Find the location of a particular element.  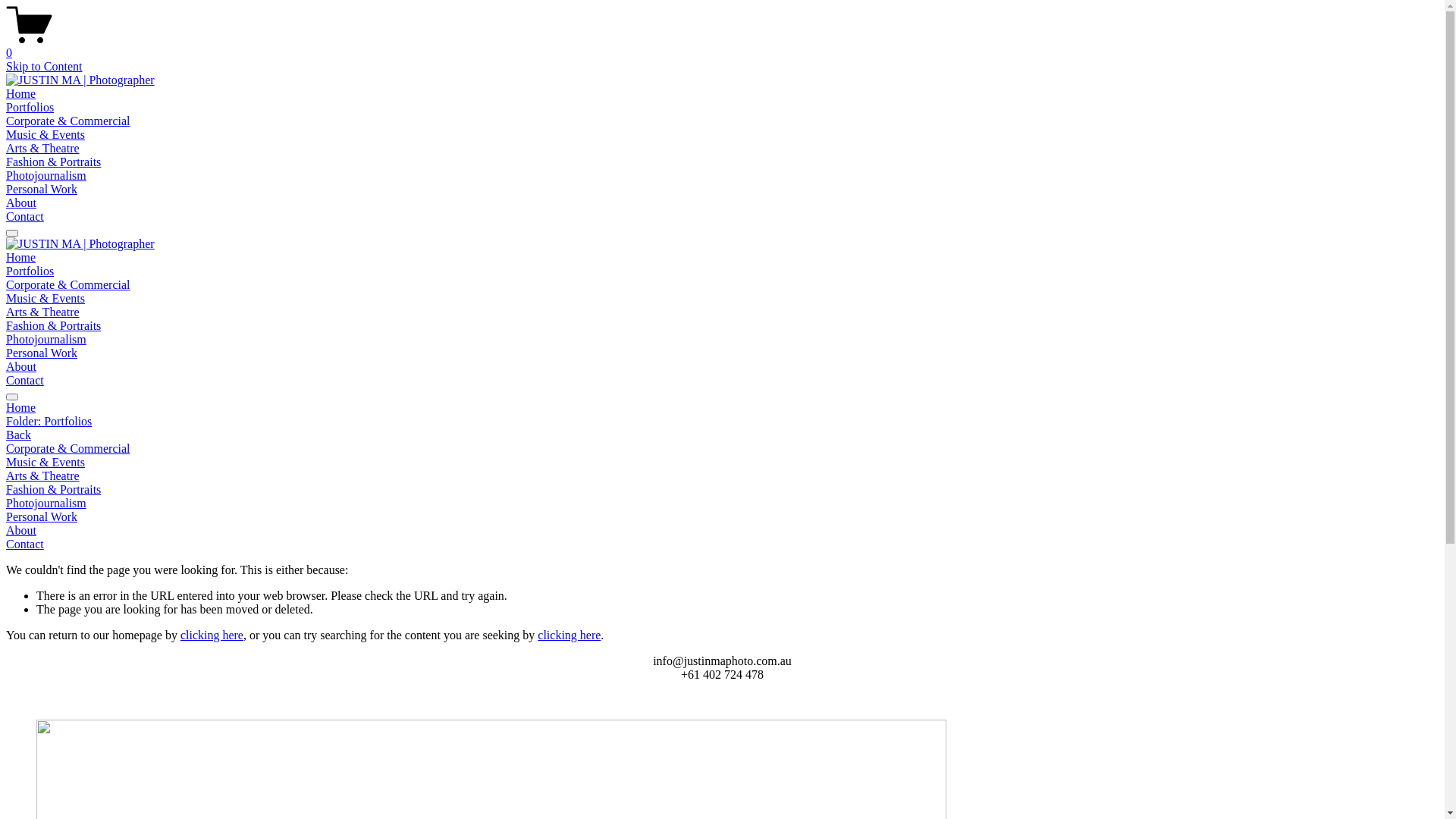

'Fashion & Portraits' is located at coordinates (53, 162).